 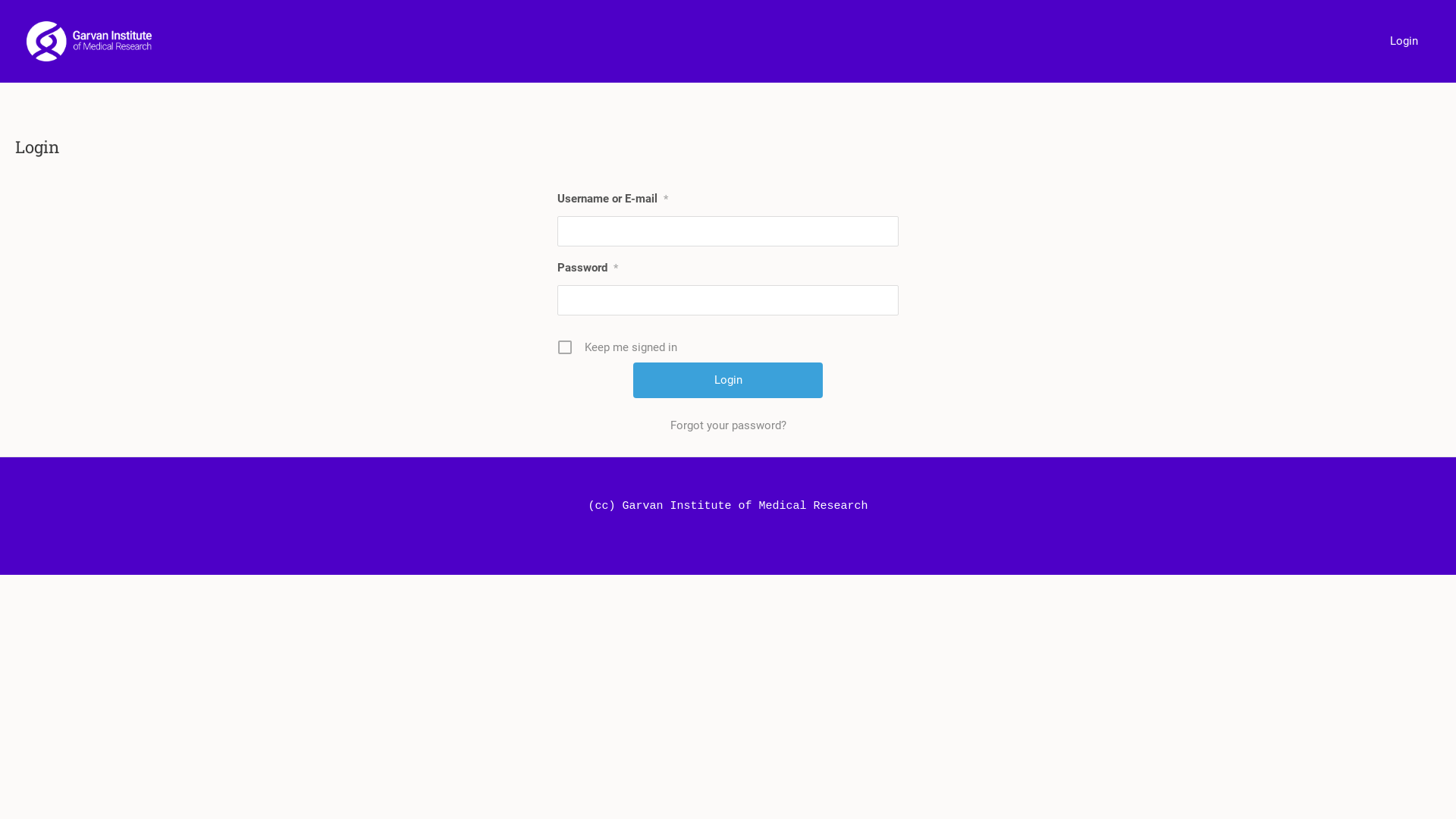 I want to click on 'Login', so click(x=1379, y=40).